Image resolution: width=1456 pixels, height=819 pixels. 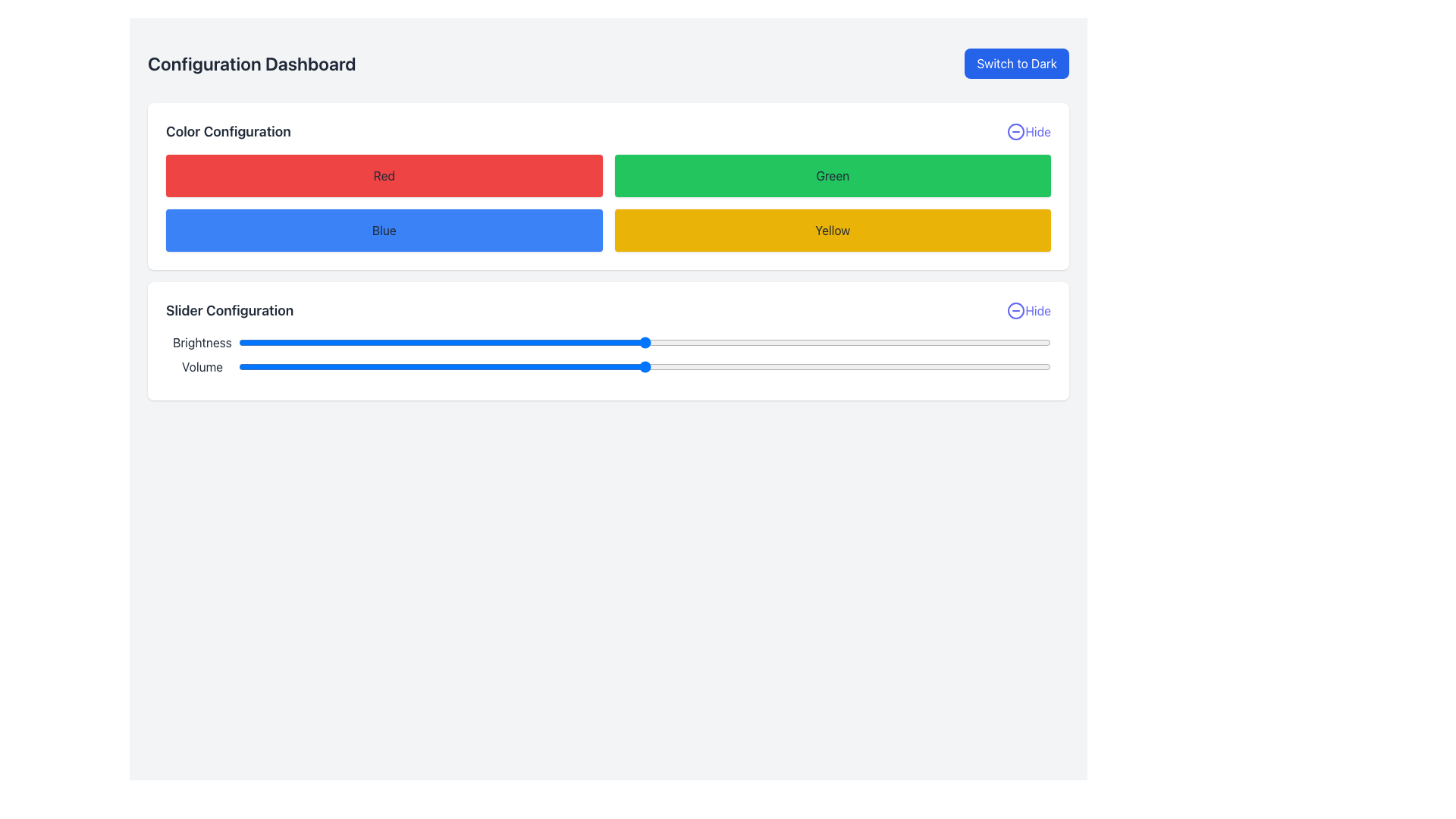 What do you see at coordinates (1017, 63) in the screenshot?
I see `the button located in the top-right corner of the application's main interface, next to 'Configuration Dashboard'` at bounding box center [1017, 63].